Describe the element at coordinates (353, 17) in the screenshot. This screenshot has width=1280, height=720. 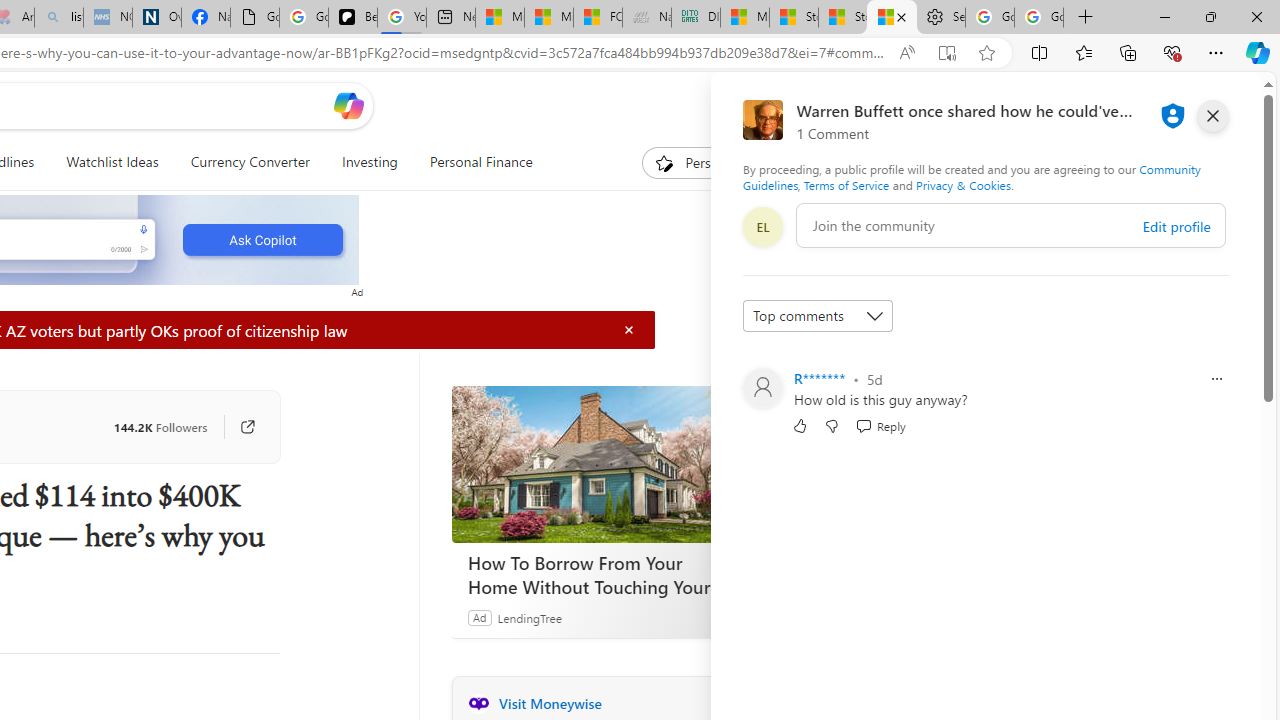
I see `'Be Smart | creating Science videos | Patreon'` at that location.